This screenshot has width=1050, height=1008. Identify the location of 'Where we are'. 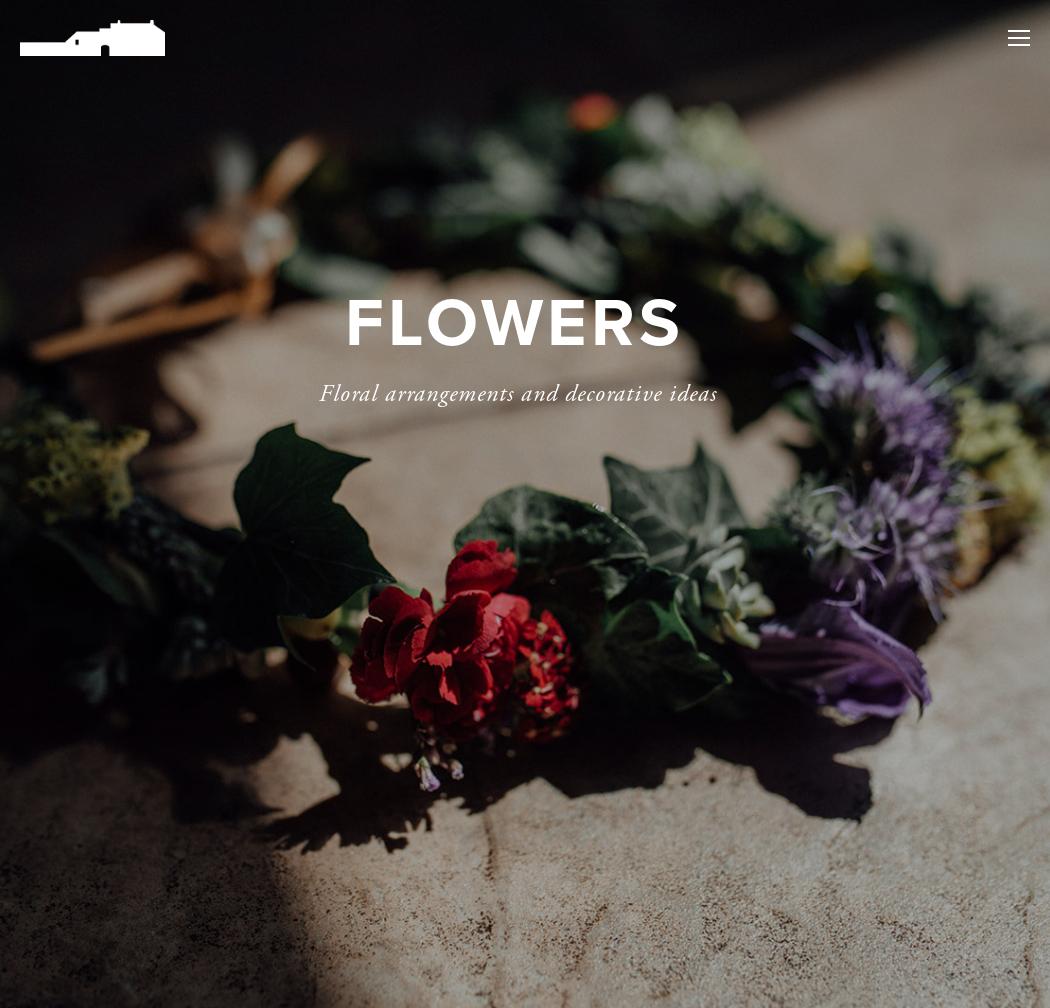
(898, 169).